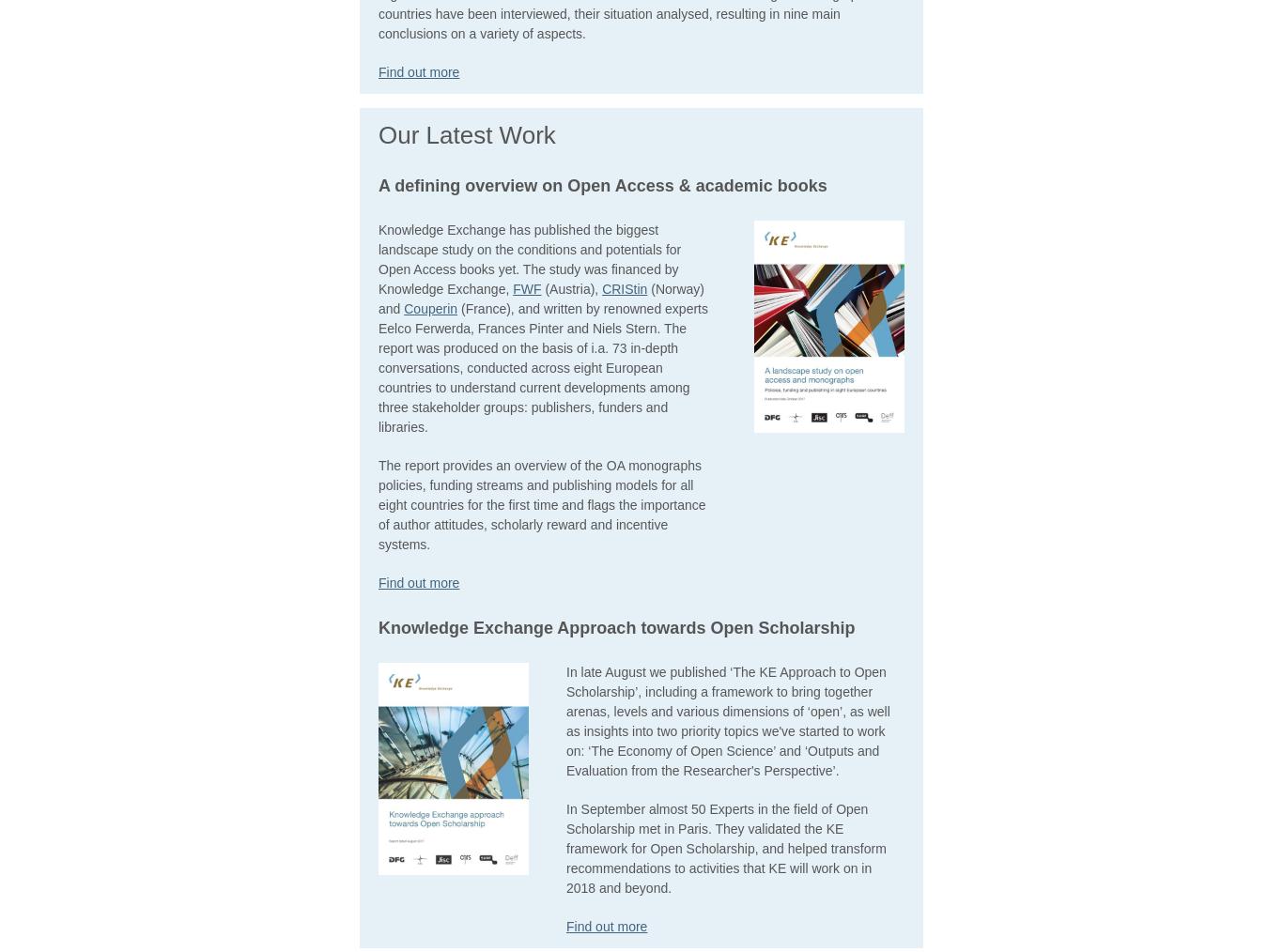  What do you see at coordinates (570, 288) in the screenshot?
I see `'(Austria),'` at bounding box center [570, 288].